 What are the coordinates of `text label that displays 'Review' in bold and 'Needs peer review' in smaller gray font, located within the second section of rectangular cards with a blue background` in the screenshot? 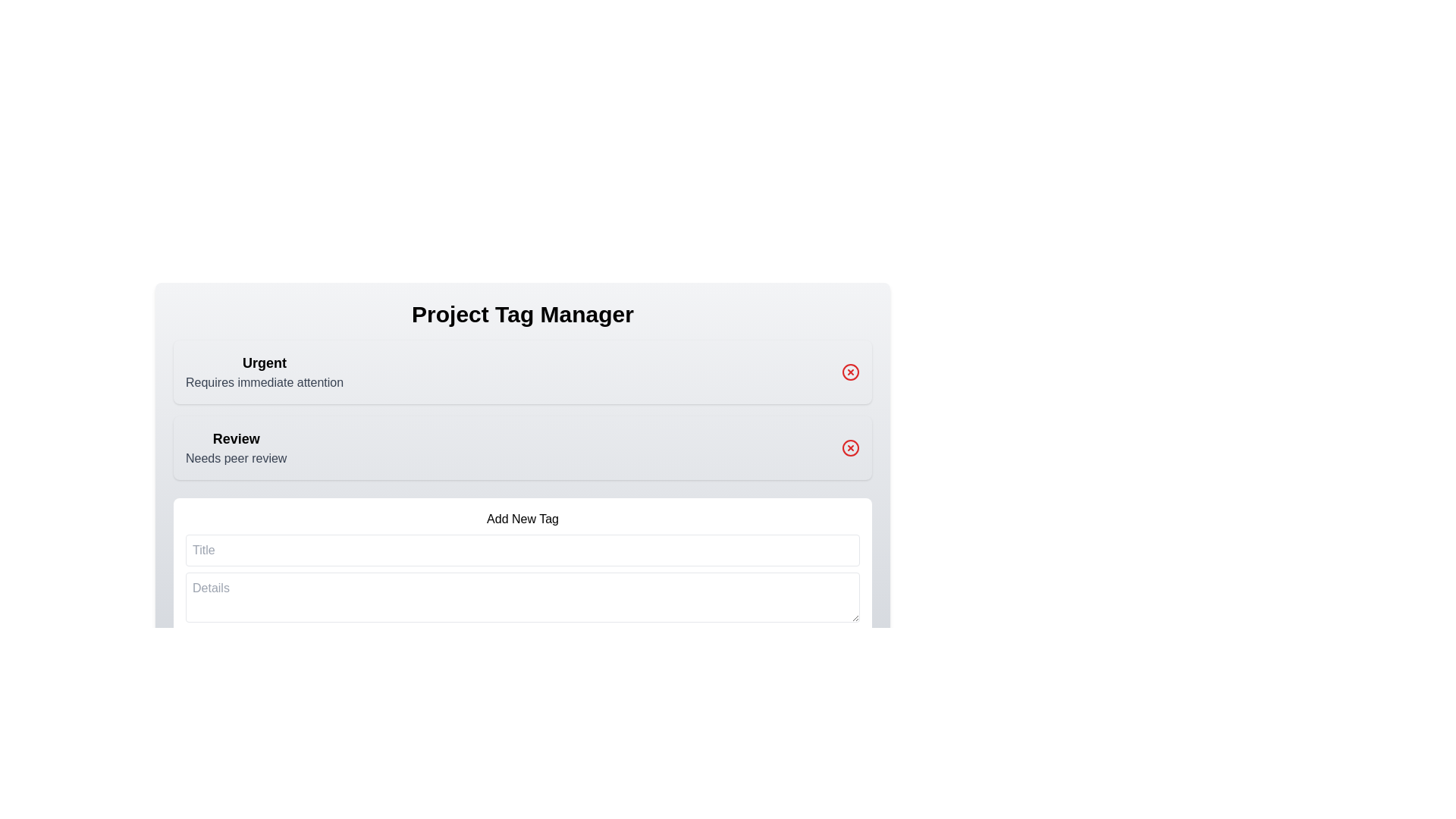 It's located at (235, 447).